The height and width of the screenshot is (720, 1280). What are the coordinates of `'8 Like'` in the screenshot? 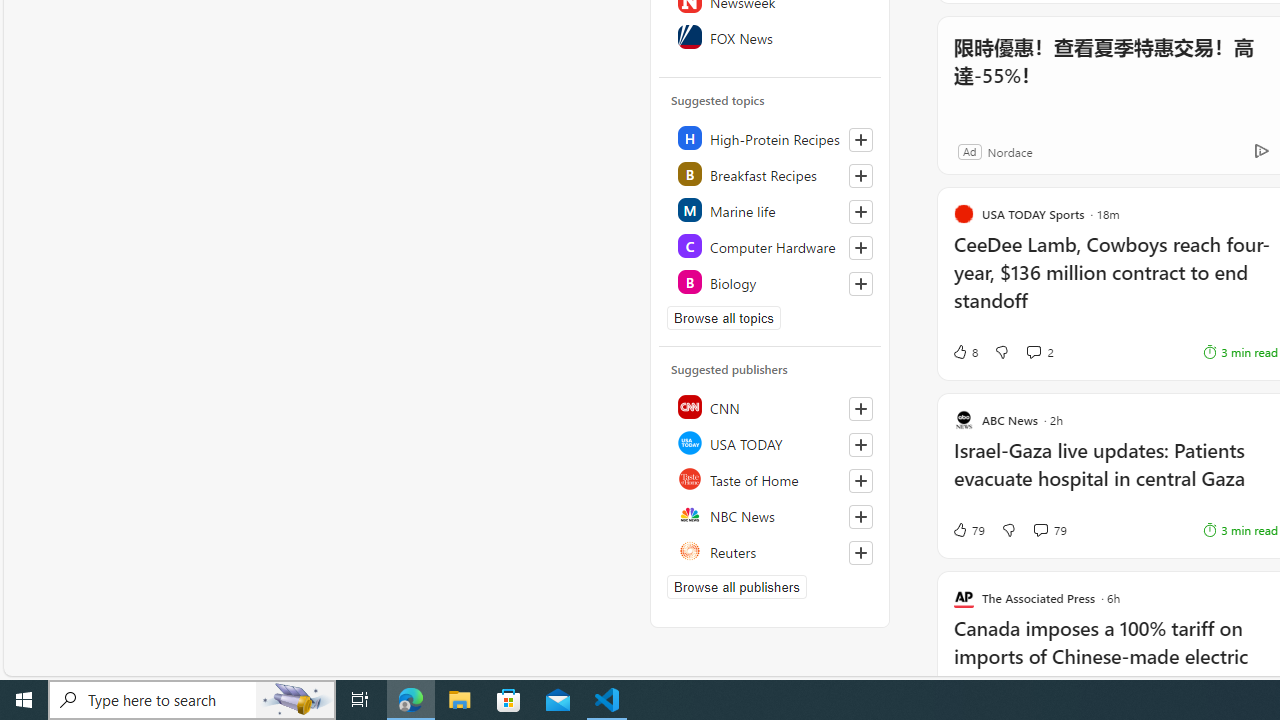 It's located at (964, 351).